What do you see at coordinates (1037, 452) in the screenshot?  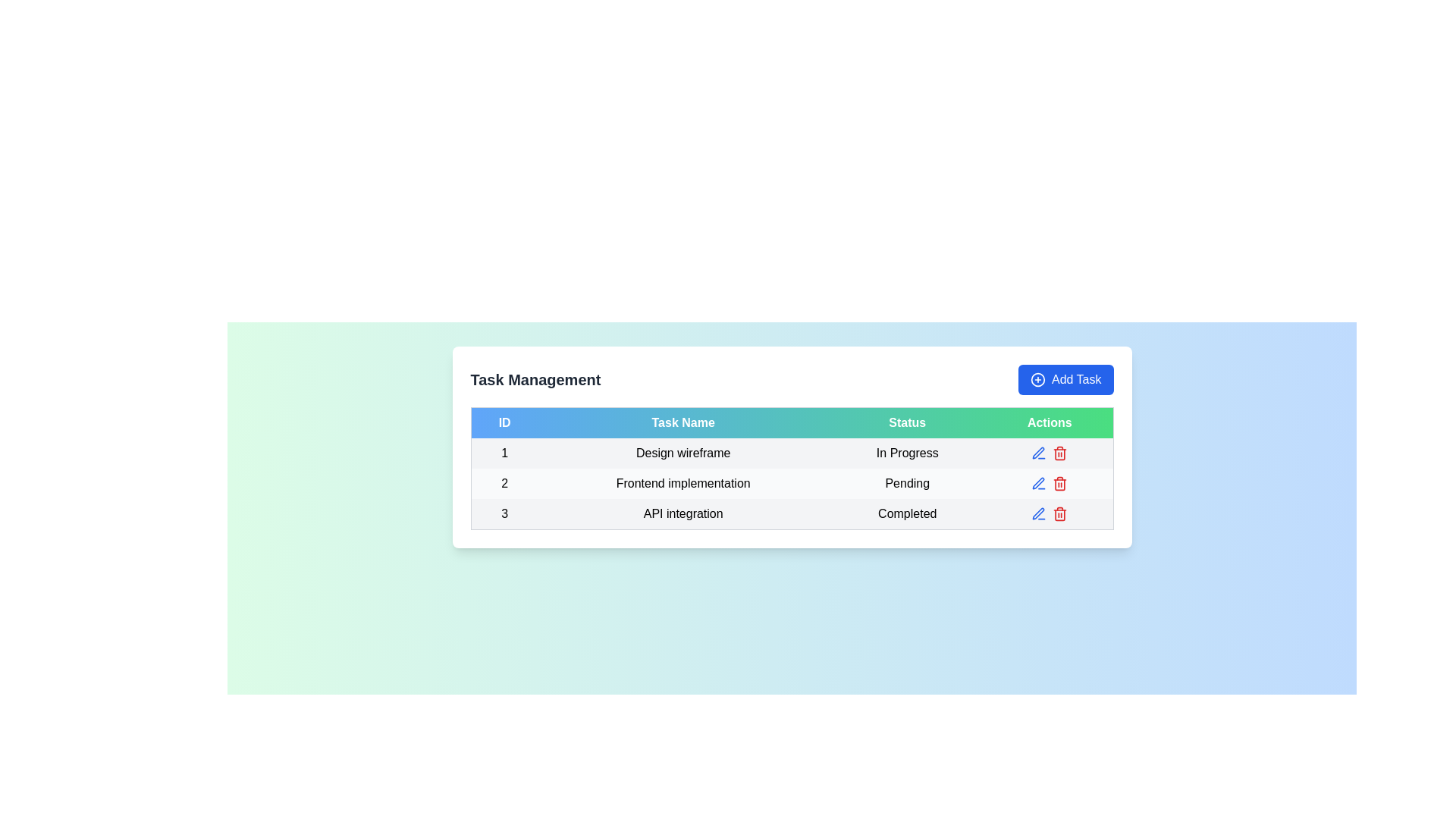 I see `the edit button icon located in the 'Actions' column of the second row of the task management table to modify the task details` at bounding box center [1037, 452].